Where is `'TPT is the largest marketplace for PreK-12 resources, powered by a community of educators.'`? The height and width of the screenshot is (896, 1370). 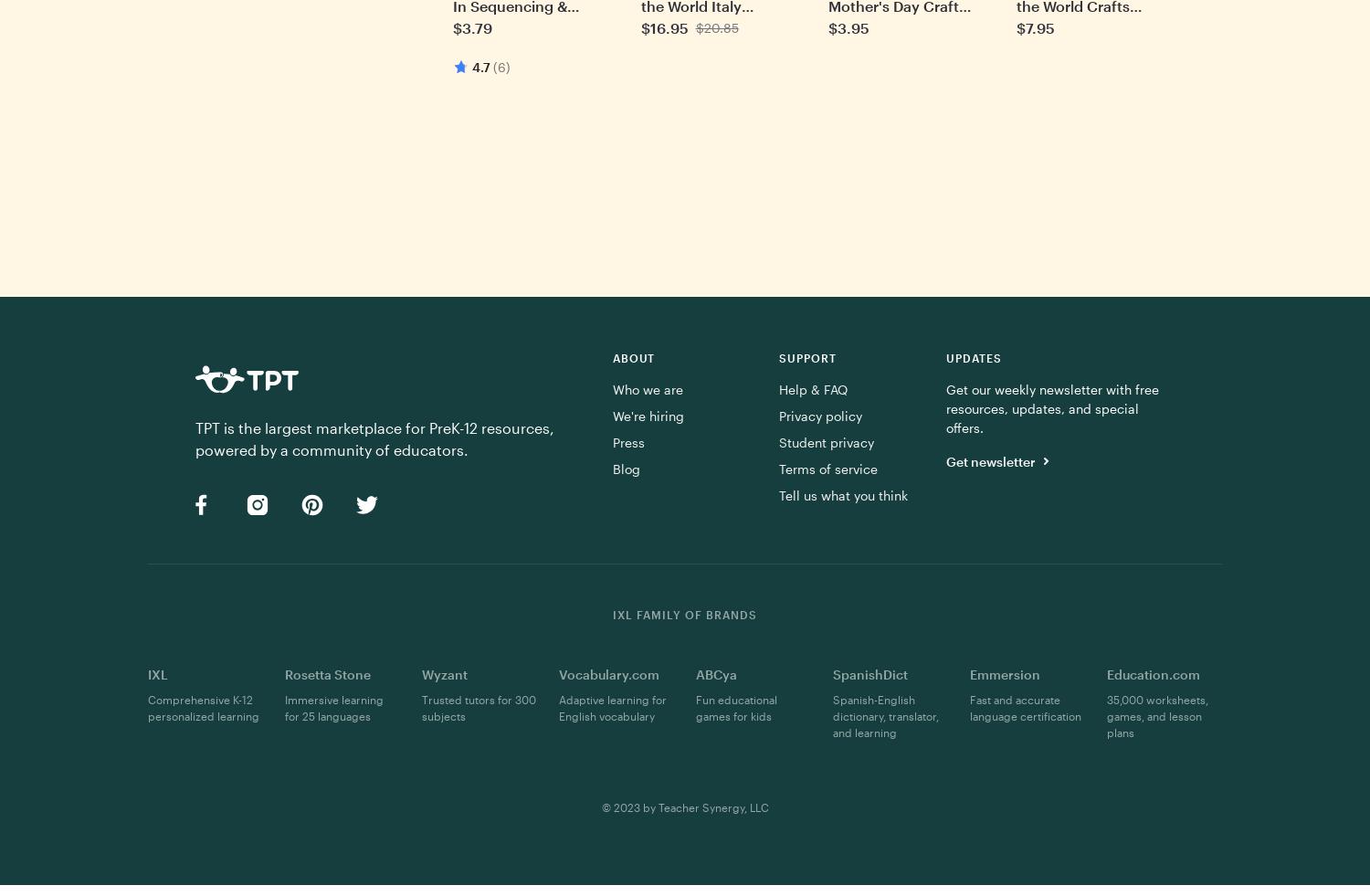 'TPT is the largest marketplace for PreK-12 resources, powered by a community of educators.' is located at coordinates (374, 437).